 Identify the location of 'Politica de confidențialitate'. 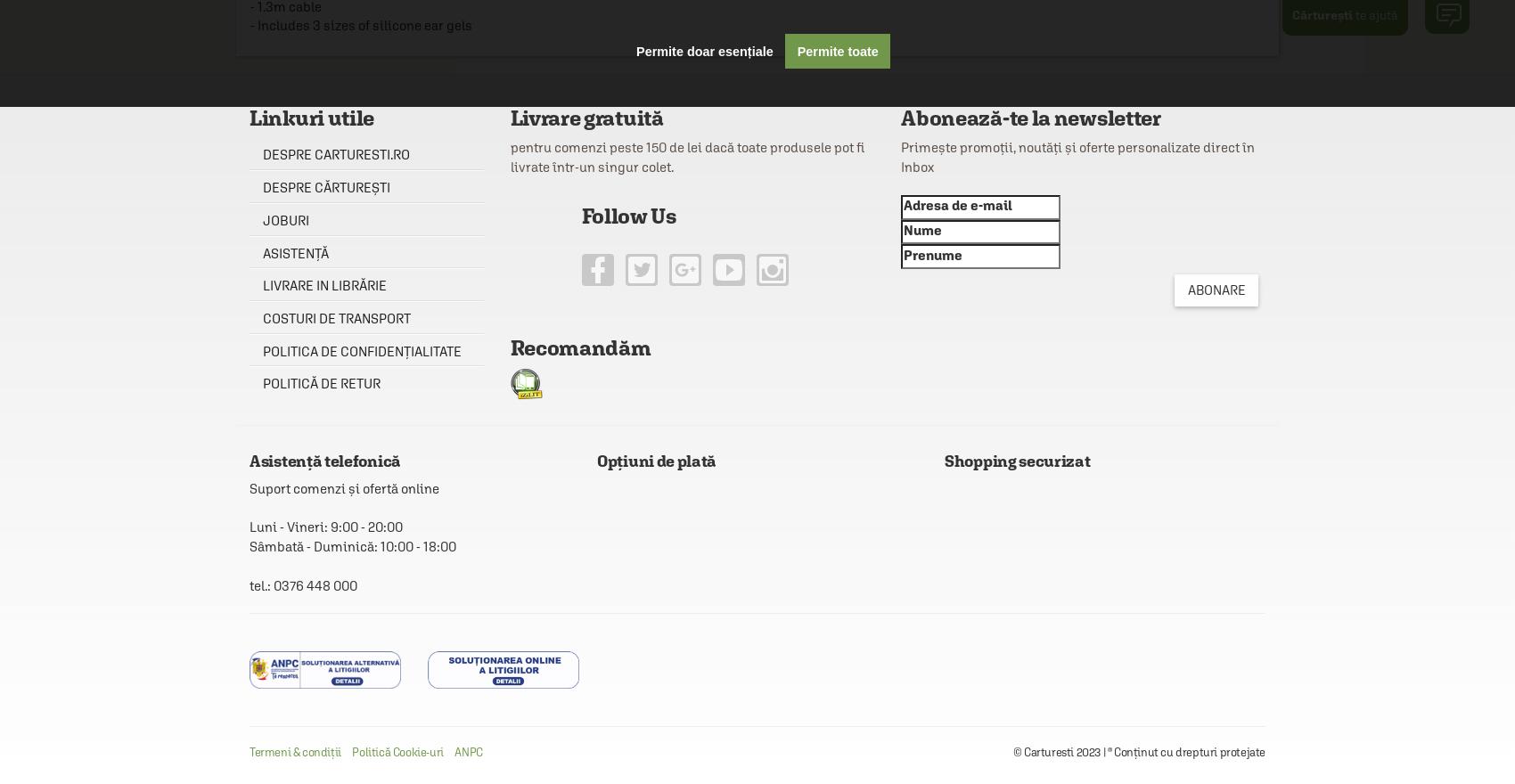
(262, 349).